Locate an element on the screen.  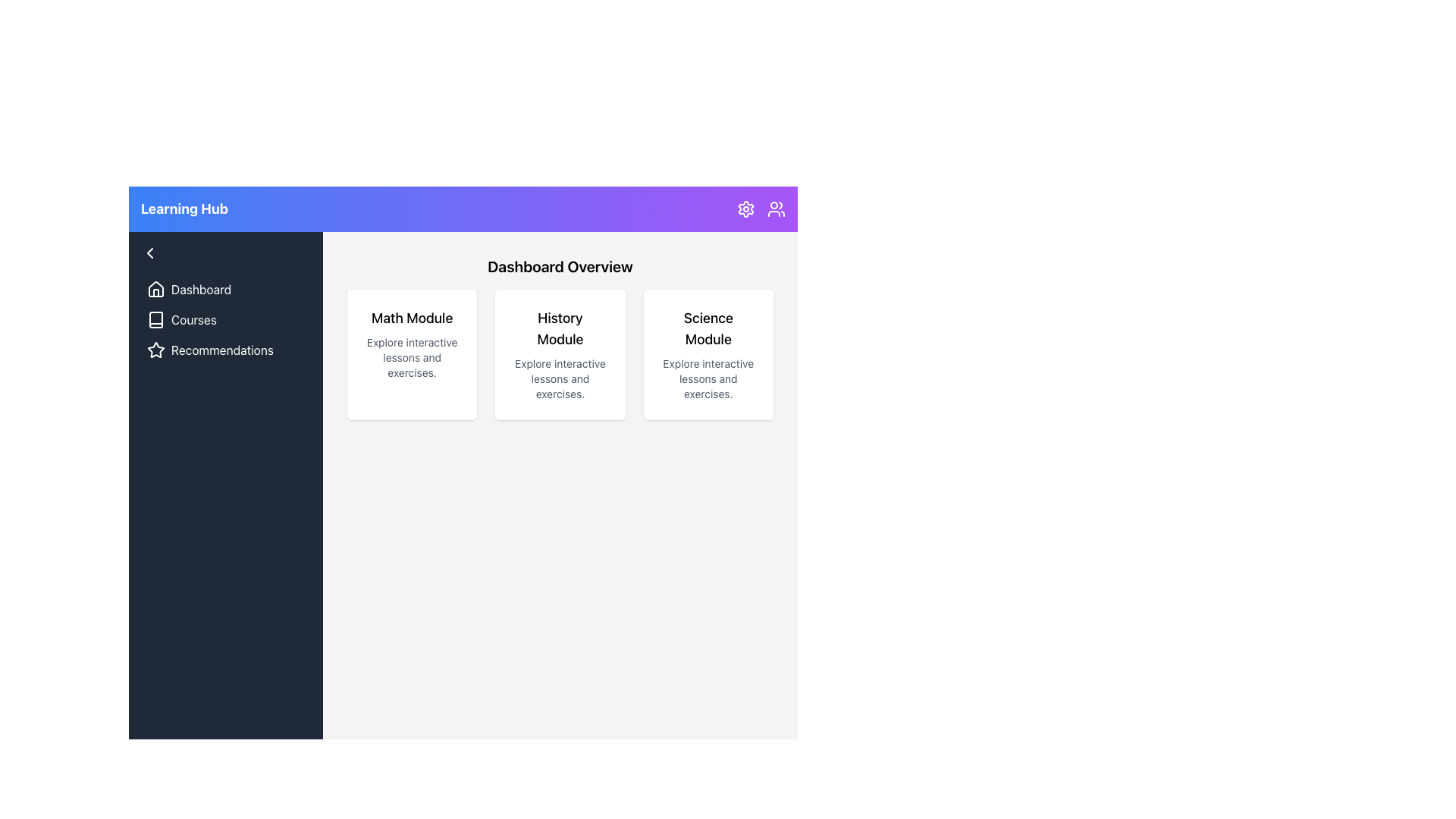
the 'Courses' button in the left sidebar navigation menu is located at coordinates (224, 318).